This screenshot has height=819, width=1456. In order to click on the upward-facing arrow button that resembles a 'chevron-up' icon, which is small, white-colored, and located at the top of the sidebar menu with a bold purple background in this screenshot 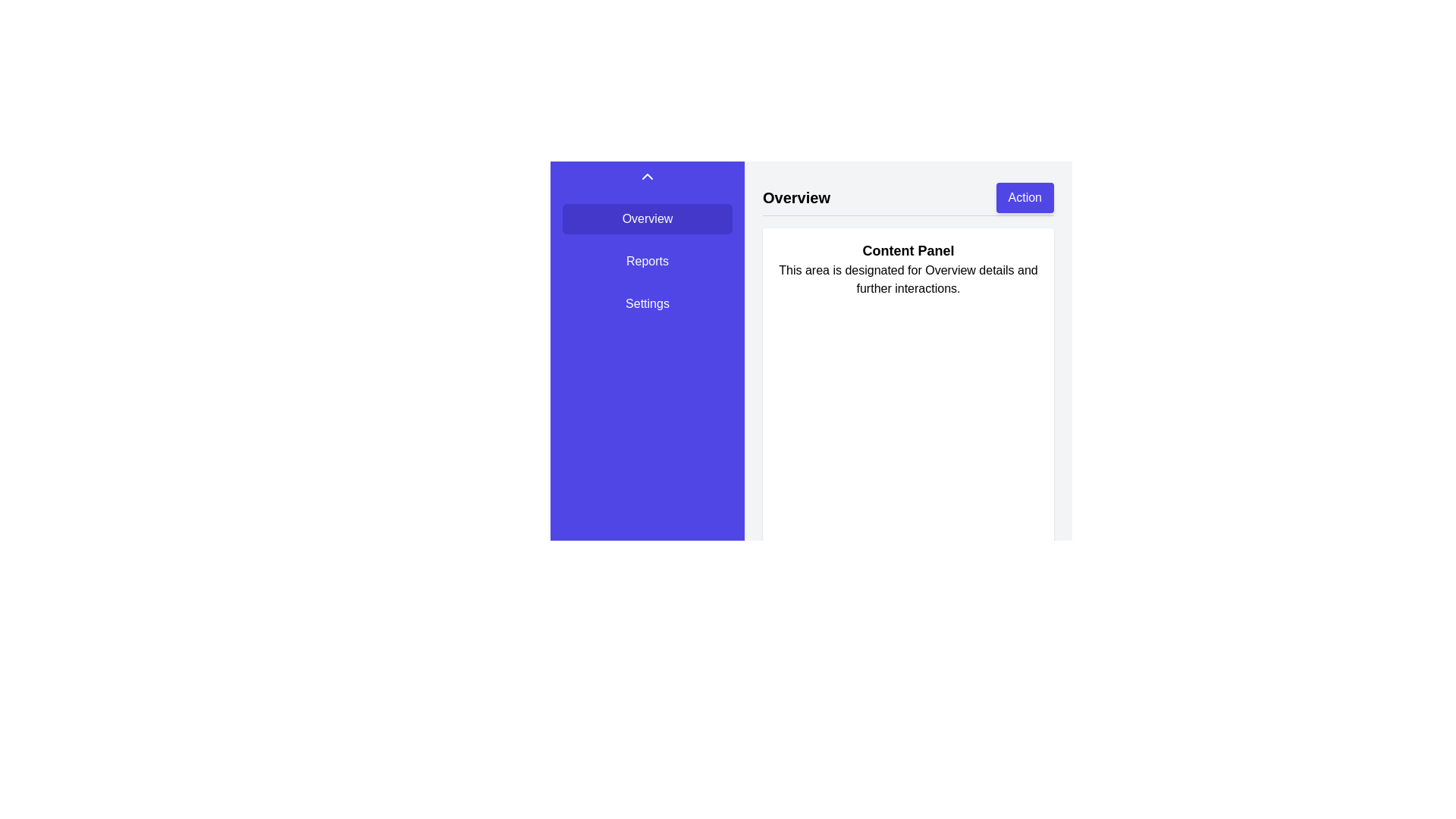, I will do `click(648, 175)`.